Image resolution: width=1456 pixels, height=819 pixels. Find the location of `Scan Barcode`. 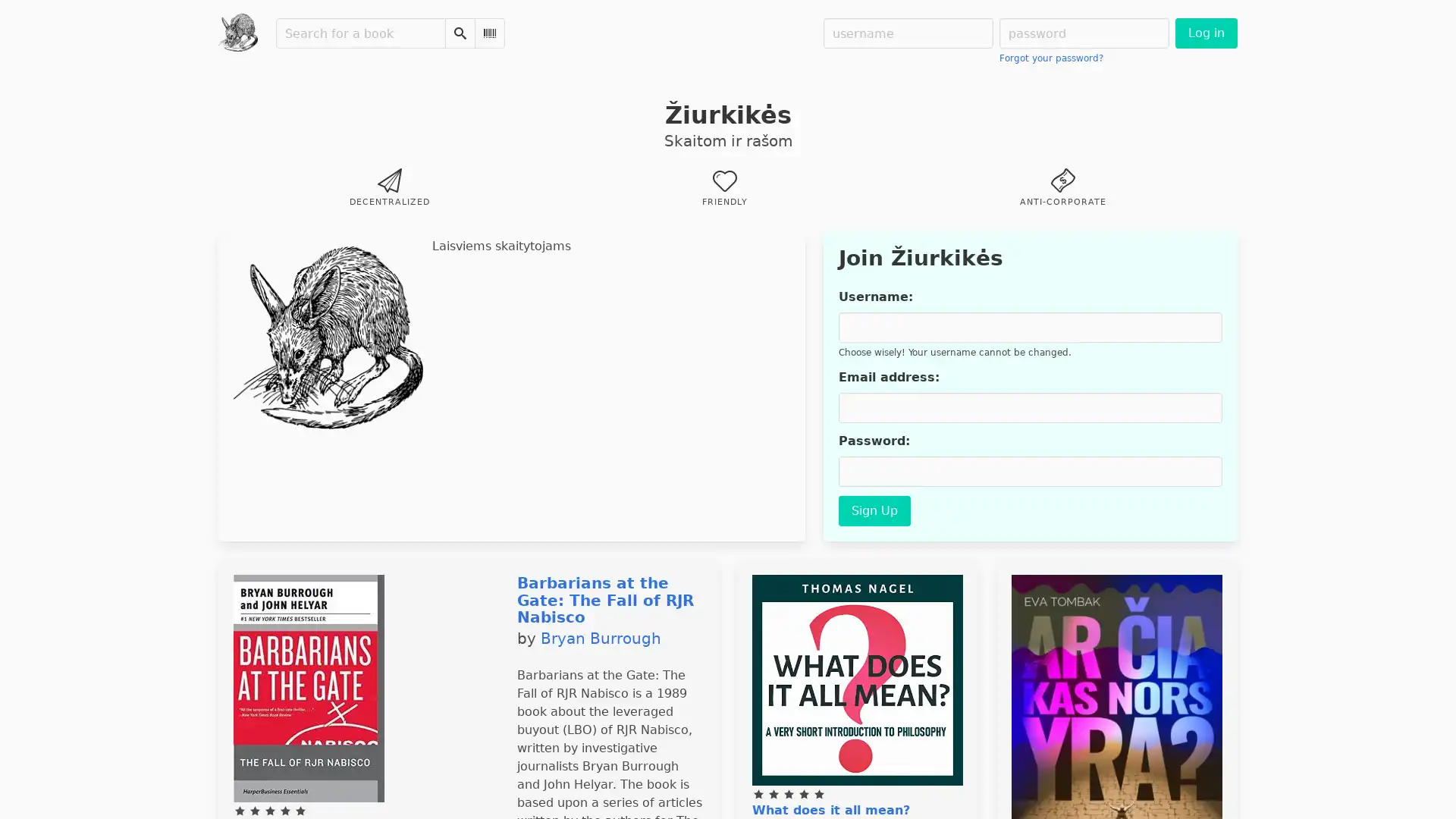

Scan Barcode is located at coordinates (488, 33).